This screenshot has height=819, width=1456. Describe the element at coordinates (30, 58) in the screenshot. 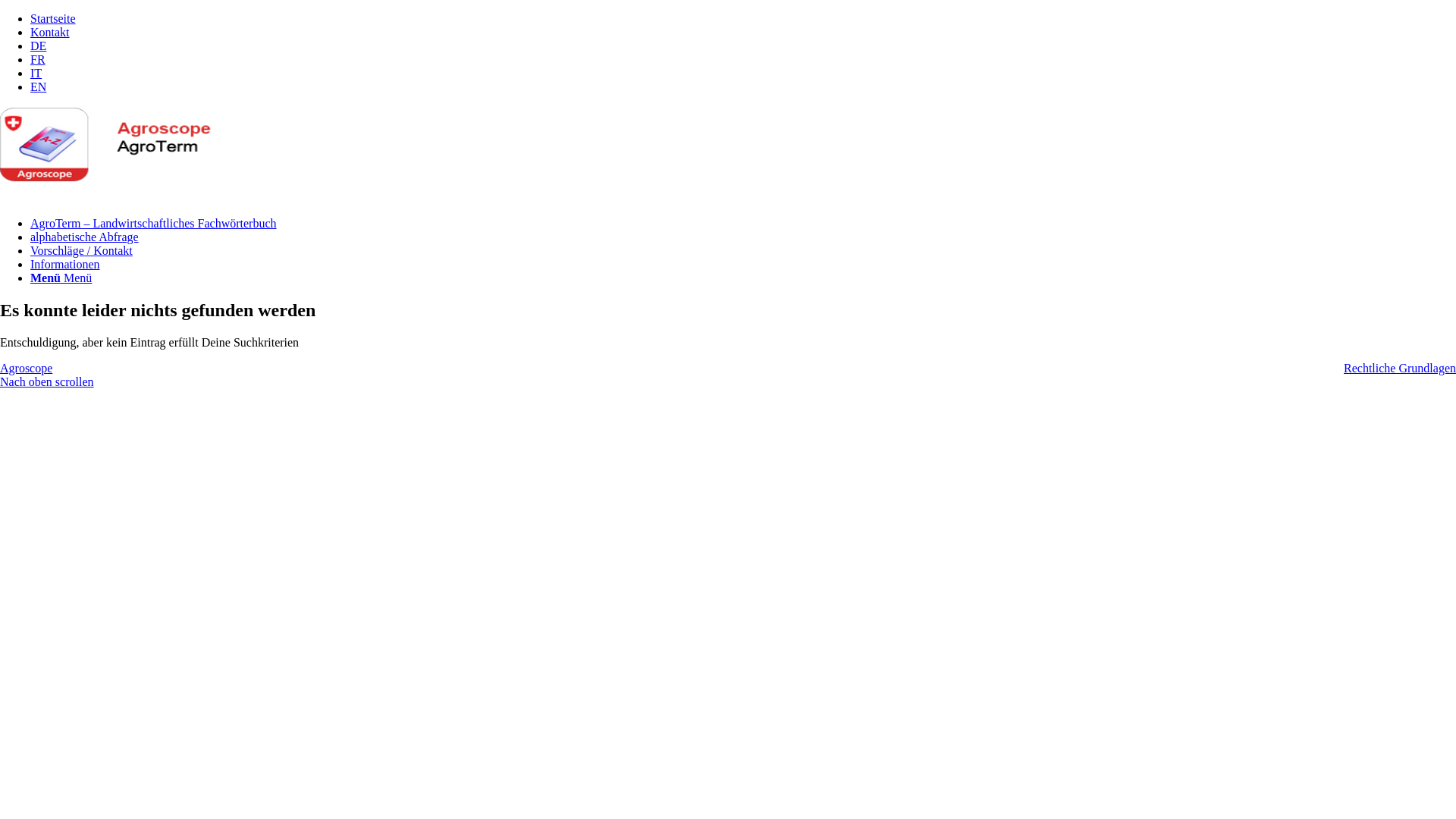

I see `'FR'` at that location.